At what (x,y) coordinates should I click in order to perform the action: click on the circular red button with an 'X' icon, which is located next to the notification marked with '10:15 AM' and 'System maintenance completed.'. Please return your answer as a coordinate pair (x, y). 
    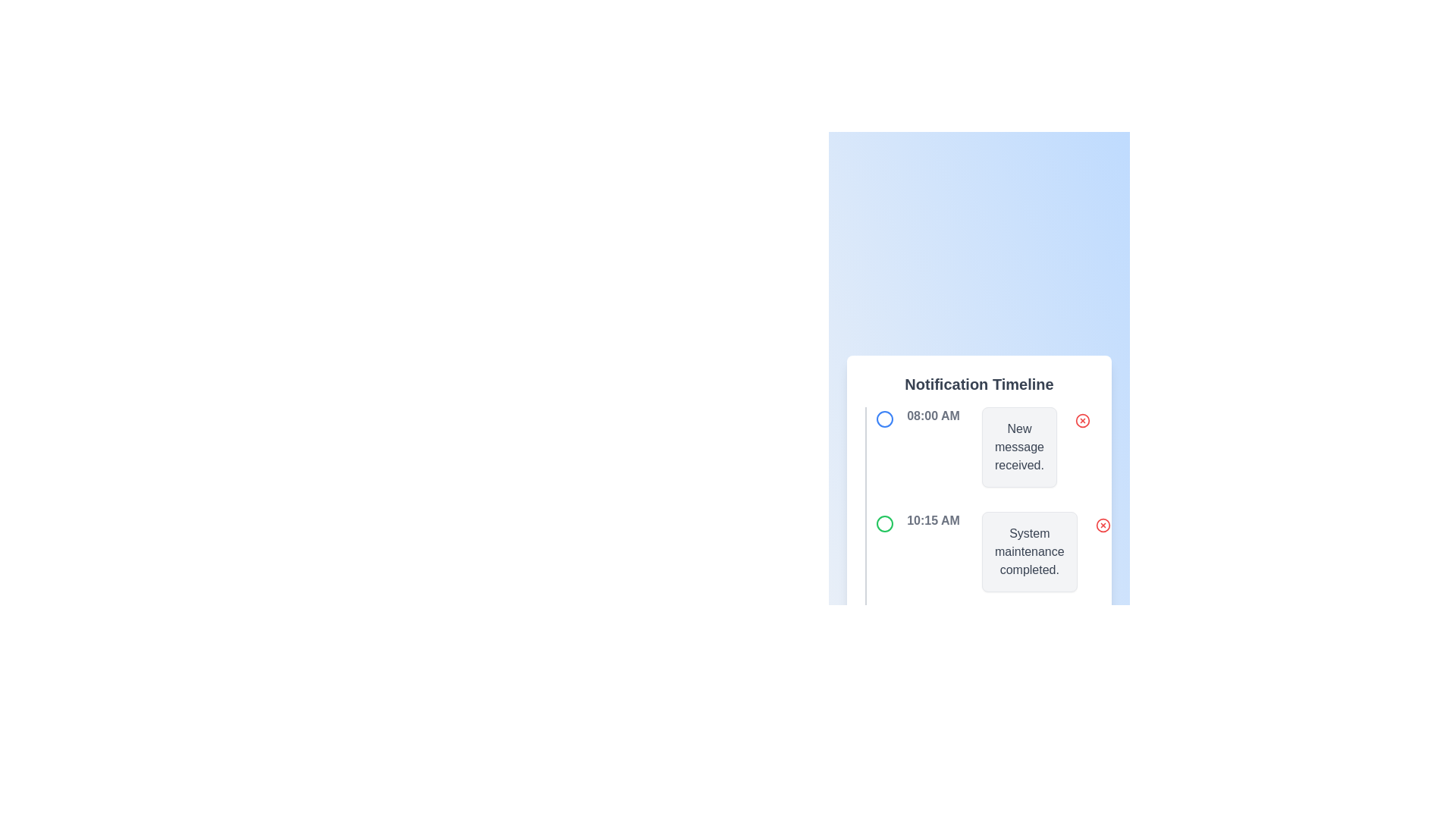
    Looking at the image, I should click on (1103, 525).